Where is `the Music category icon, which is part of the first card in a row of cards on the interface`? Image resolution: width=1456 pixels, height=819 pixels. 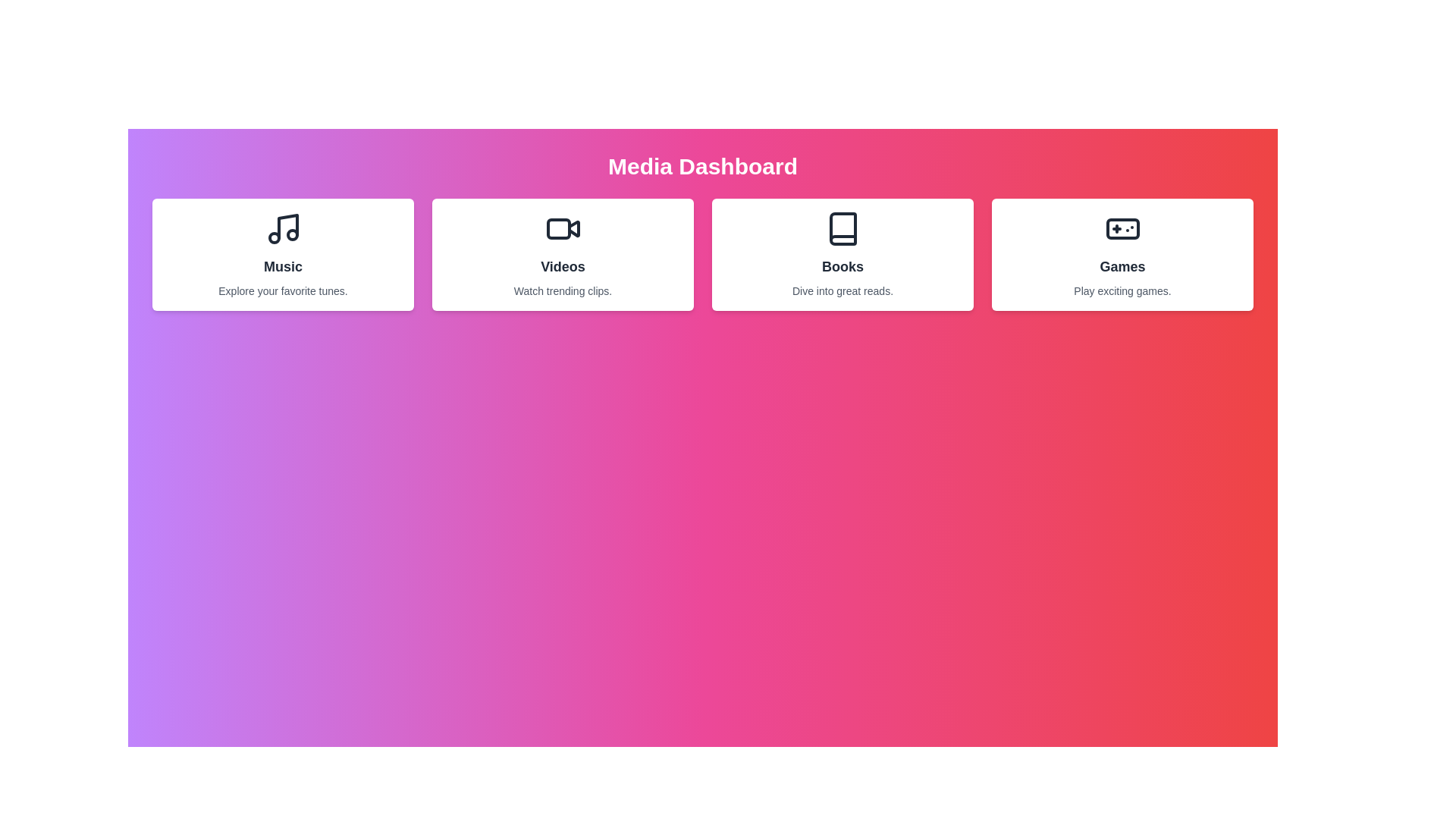 the Music category icon, which is part of the first card in a row of cards on the interface is located at coordinates (283, 228).